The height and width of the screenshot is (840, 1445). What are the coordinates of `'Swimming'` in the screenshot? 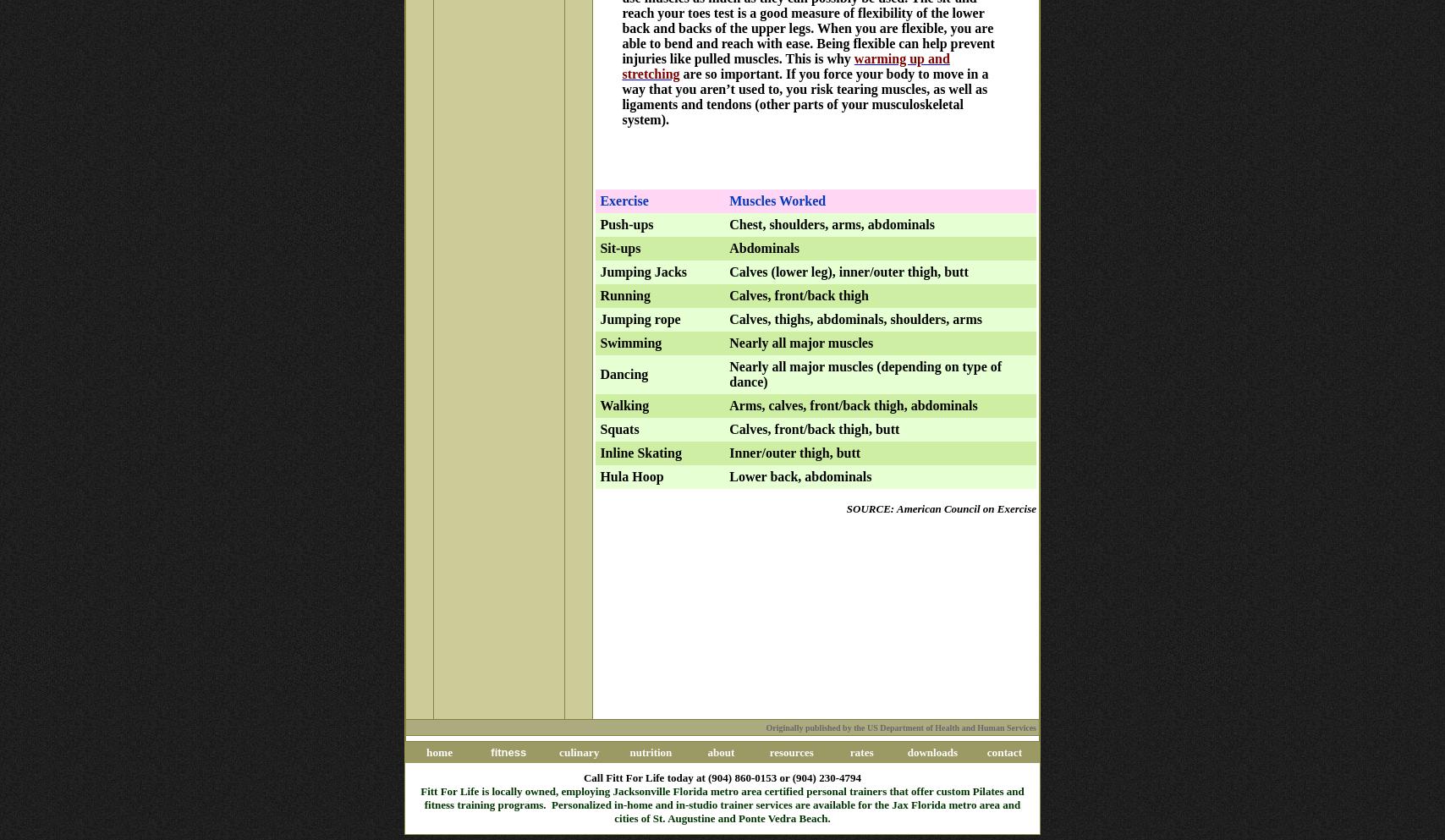 It's located at (630, 341).